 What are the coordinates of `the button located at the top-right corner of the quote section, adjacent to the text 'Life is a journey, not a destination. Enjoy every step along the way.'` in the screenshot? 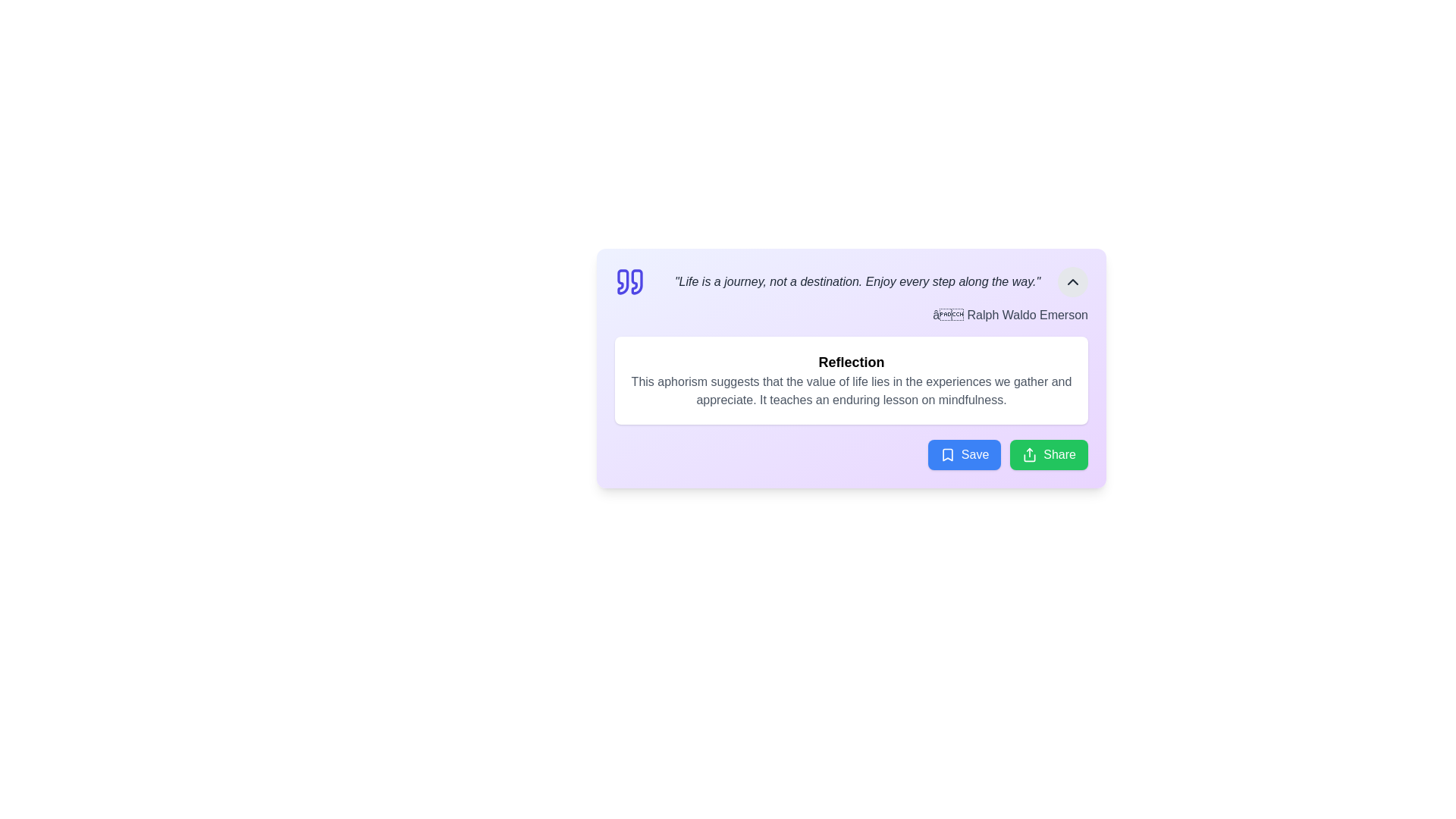 It's located at (1072, 281).